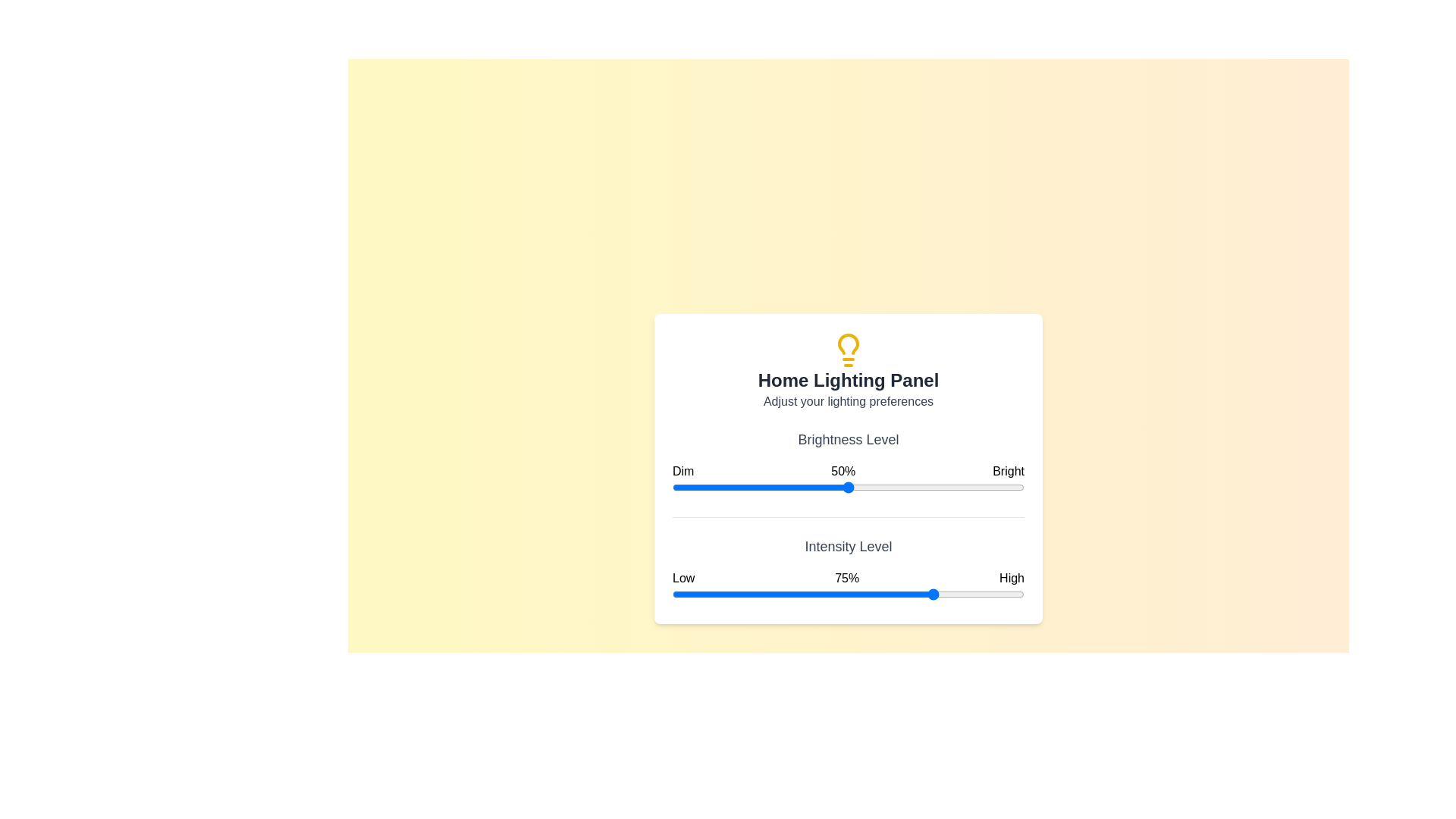 Image resolution: width=1456 pixels, height=819 pixels. What do you see at coordinates (682, 593) in the screenshot?
I see `the Intensity Level slider` at bounding box center [682, 593].